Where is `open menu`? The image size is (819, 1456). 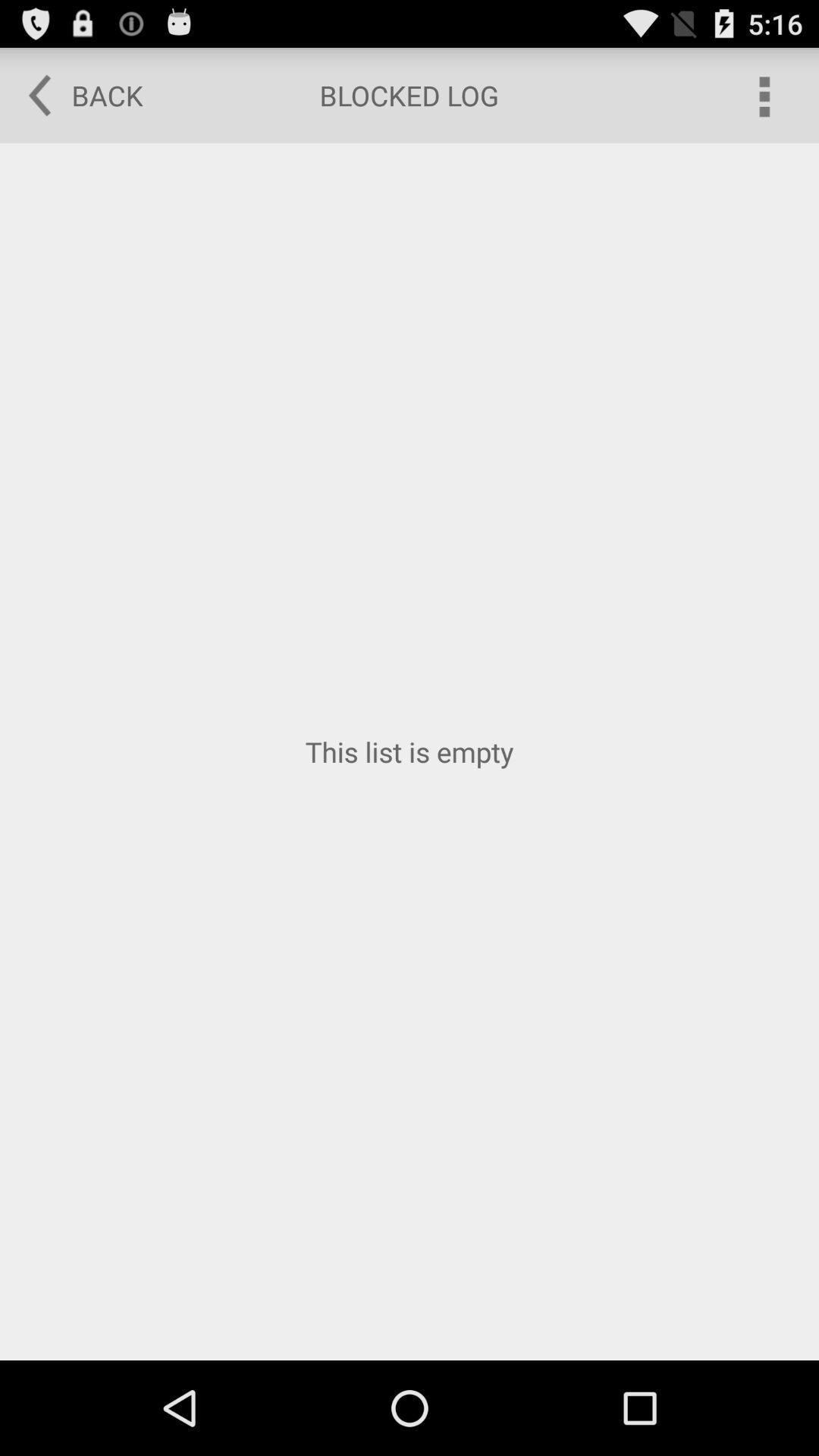
open menu is located at coordinates (763, 94).